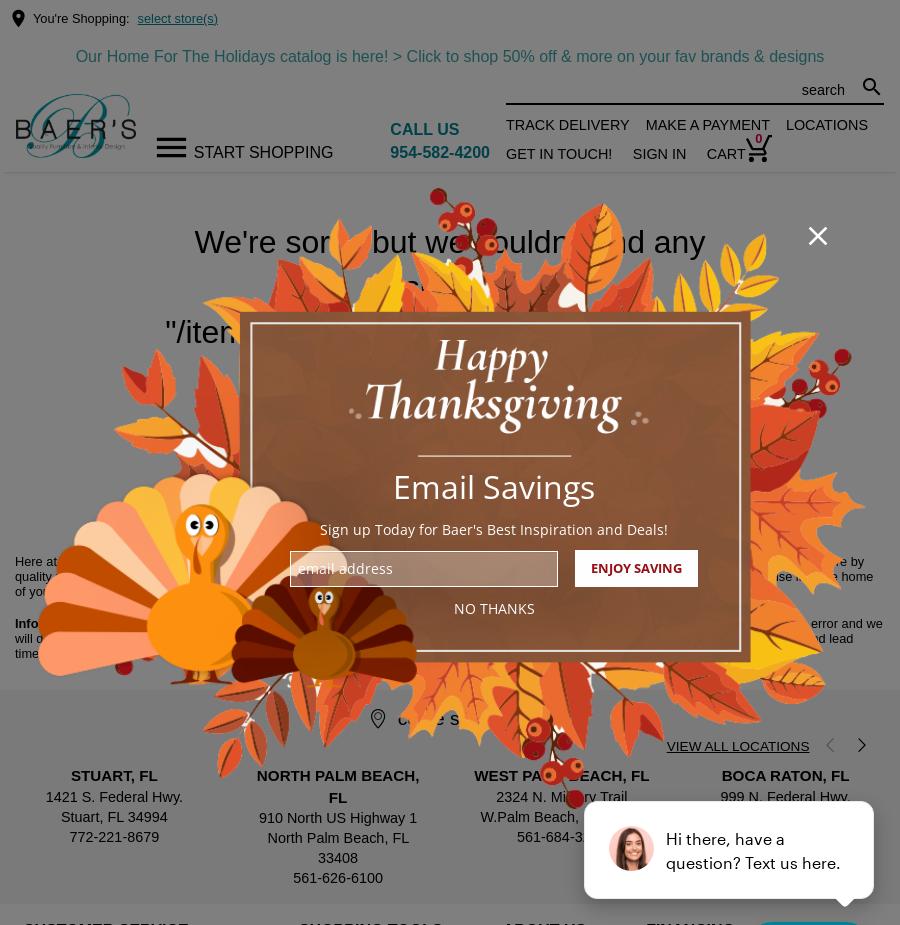 The height and width of the screenshot is (925, 900). What do you see at coordinates (860, 86) in the screenshot?
I see `'search'` at bounding box center [860, 86].